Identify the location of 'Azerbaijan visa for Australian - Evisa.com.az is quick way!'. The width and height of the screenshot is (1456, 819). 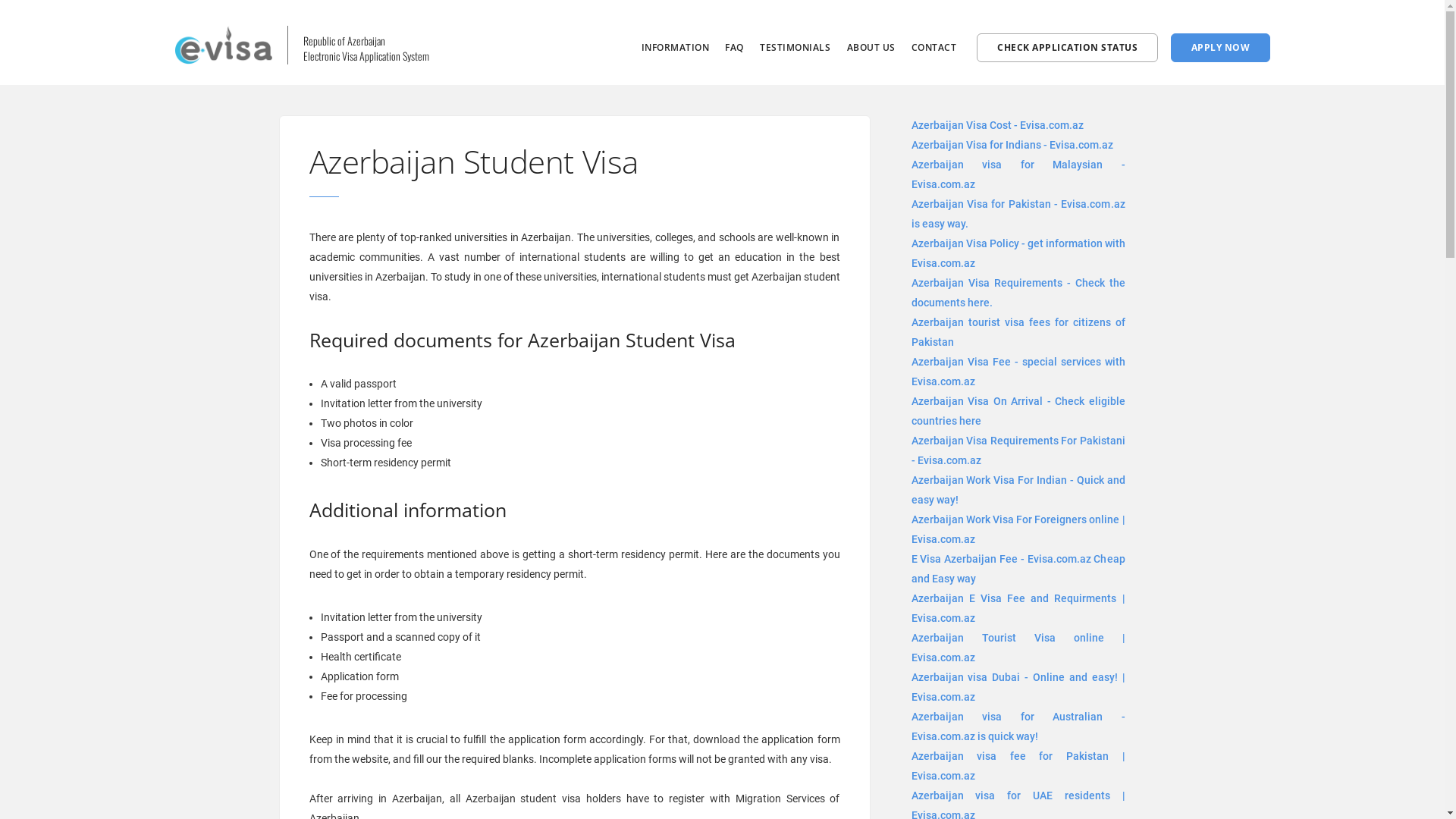
(1018, 725).